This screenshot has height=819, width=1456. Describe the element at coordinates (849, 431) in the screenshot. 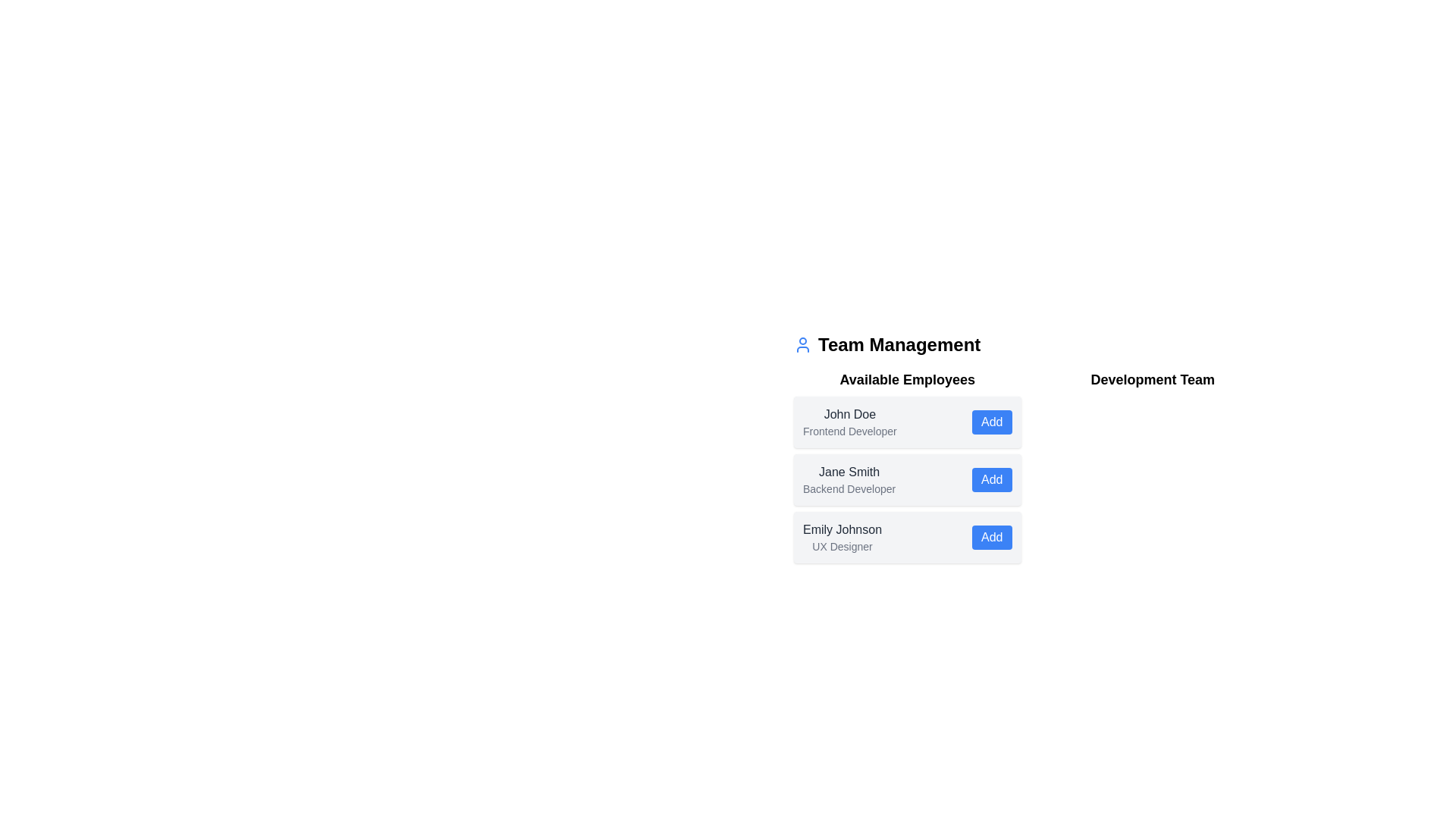

I see `the 'Frontend Developer' text label that displays the job role of the individual 'John Doe' in the 'Available Employees' list under 'Team Management'` at that location.